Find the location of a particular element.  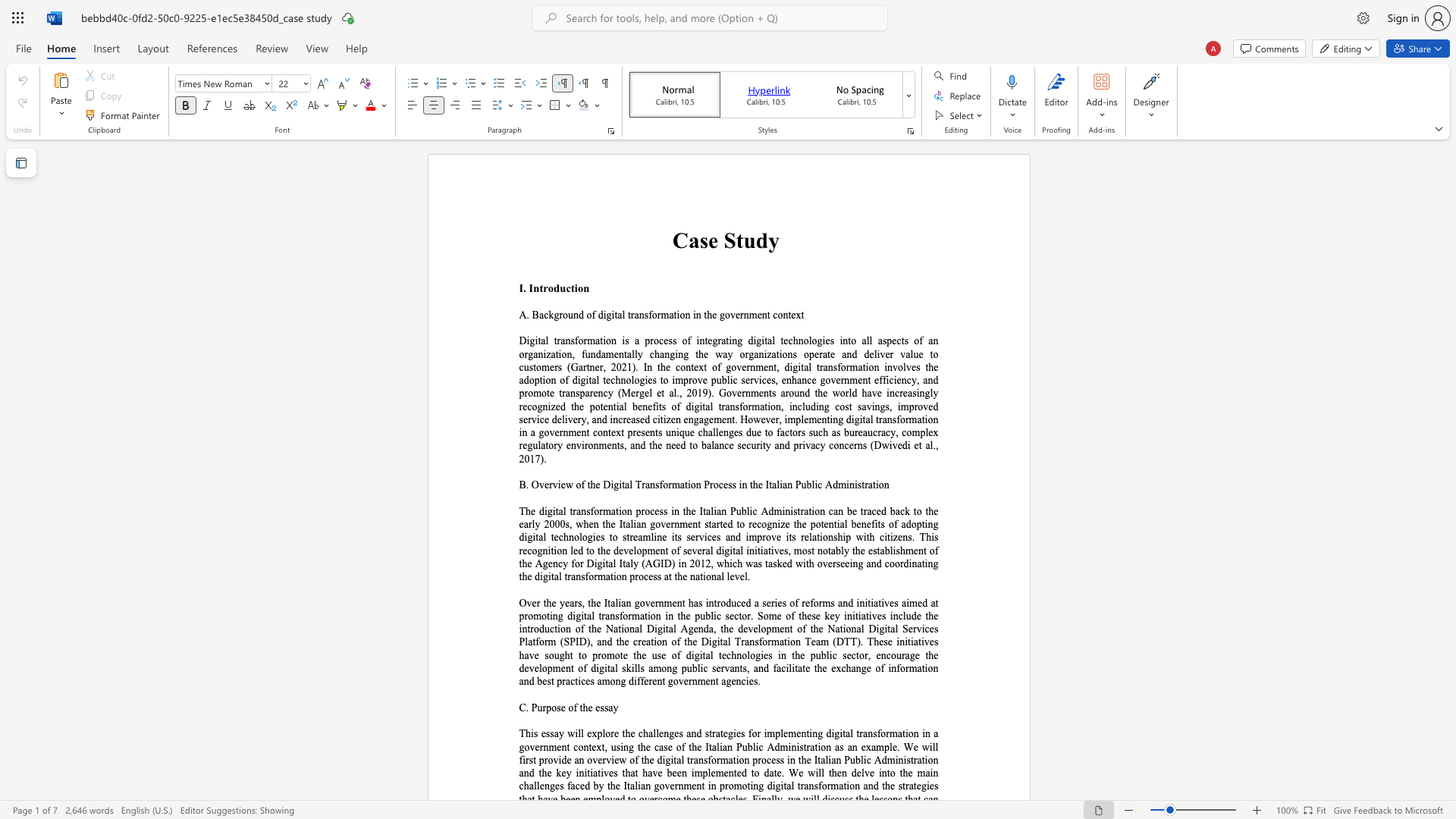

the subset text "nment a" within the text "the exchange of information and best practices among different government agencies." is located at coordinates (691, 680).